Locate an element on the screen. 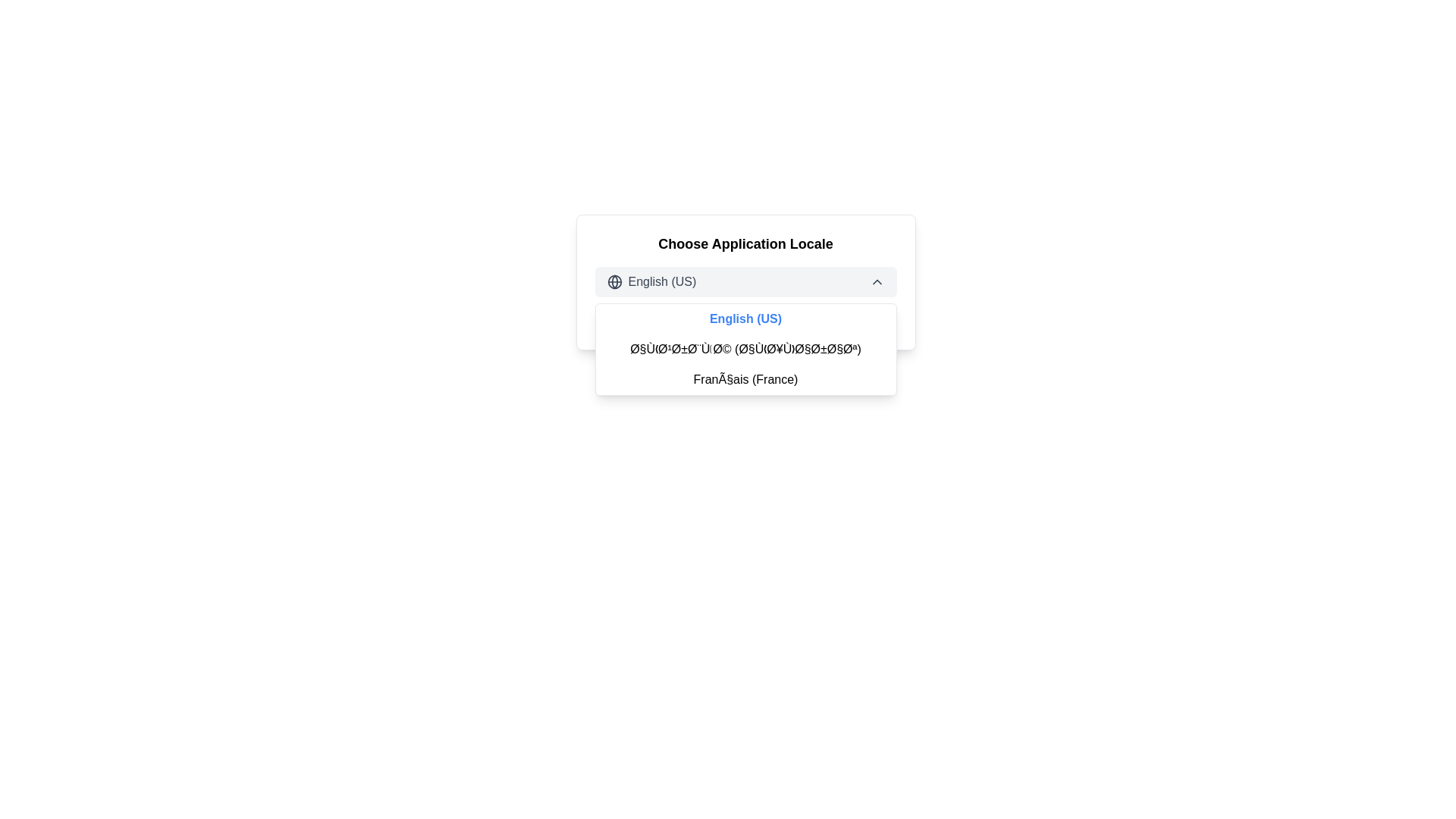 This screenshot has width=1456, height=819. the 'English (US)' menu item, which is a blue bold text link and the first option in the dropdown menu is located at coordinates (745, 318).